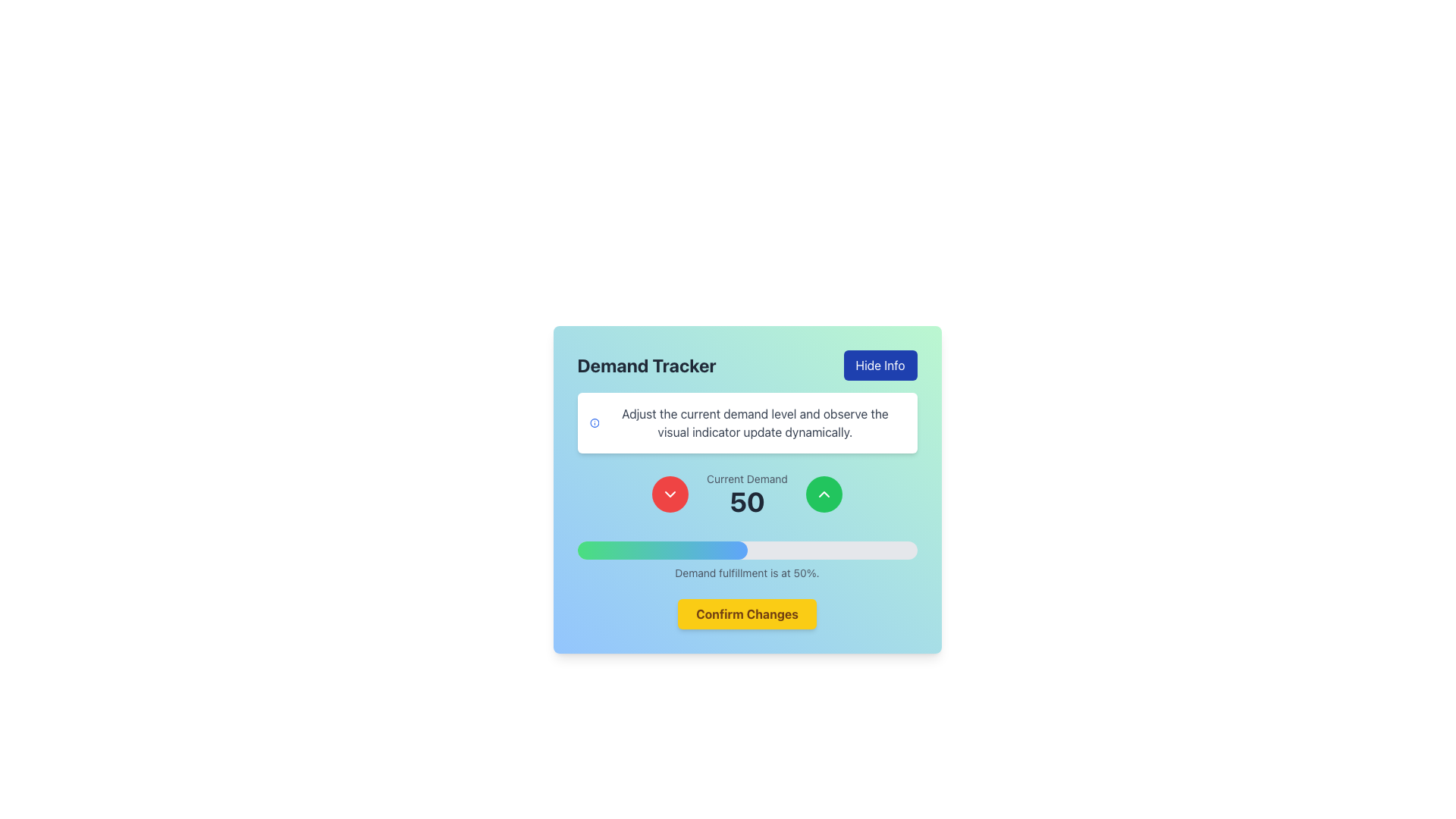  What do you see at coordinates (747, 494) in the screenshot?
I see `the non-interactive Text Display that shows the current demand value, located centrally between a red button with a downward arrow and a green button with an upward arrow` at bounding box center [747, 494].